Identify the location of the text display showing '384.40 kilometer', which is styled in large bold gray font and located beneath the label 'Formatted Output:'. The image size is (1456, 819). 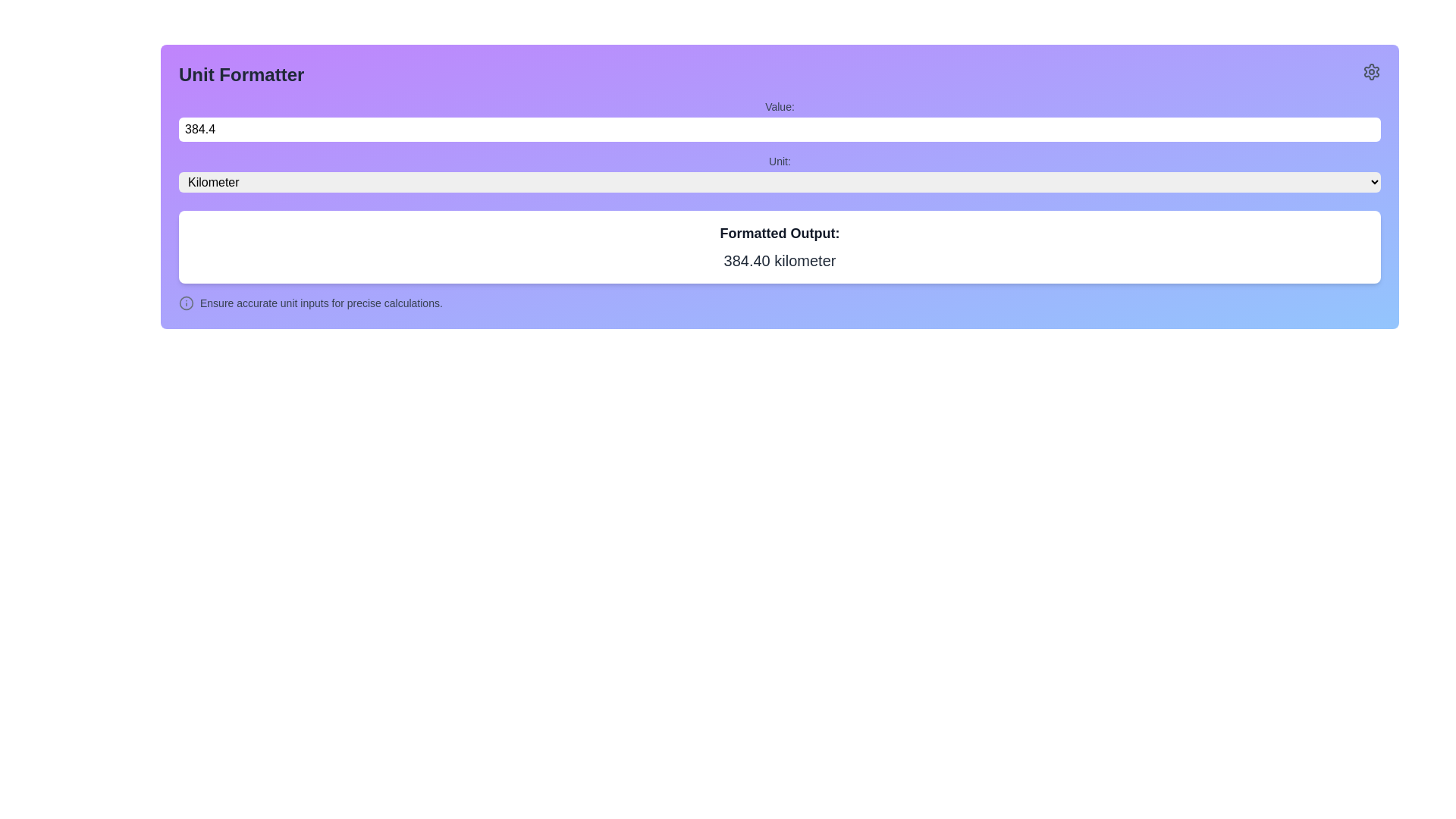
(780, 259).